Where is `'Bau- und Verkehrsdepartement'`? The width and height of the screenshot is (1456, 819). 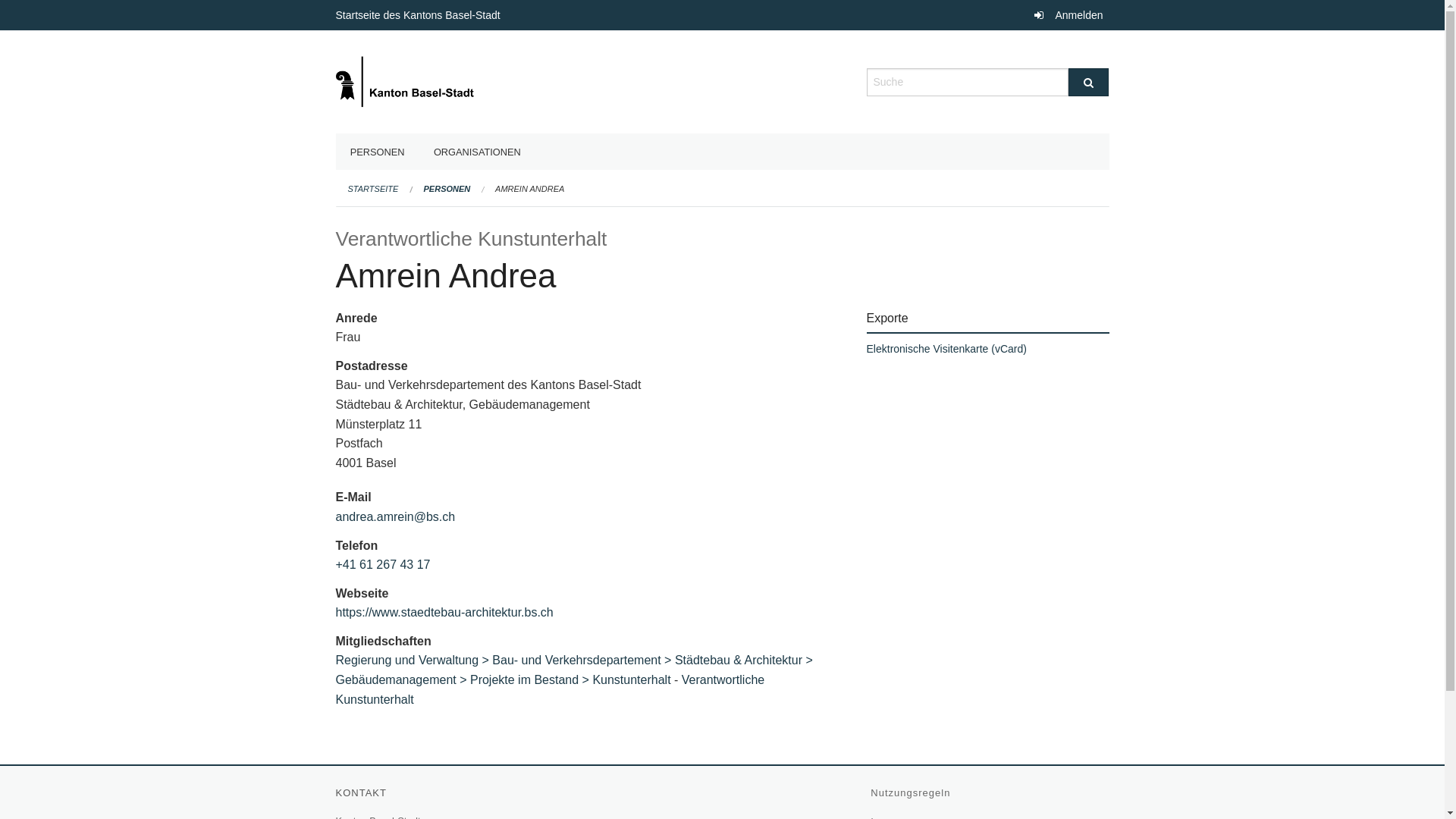
'Bau- und Verkehrsdepartement' is located at coordinates (491, 659).